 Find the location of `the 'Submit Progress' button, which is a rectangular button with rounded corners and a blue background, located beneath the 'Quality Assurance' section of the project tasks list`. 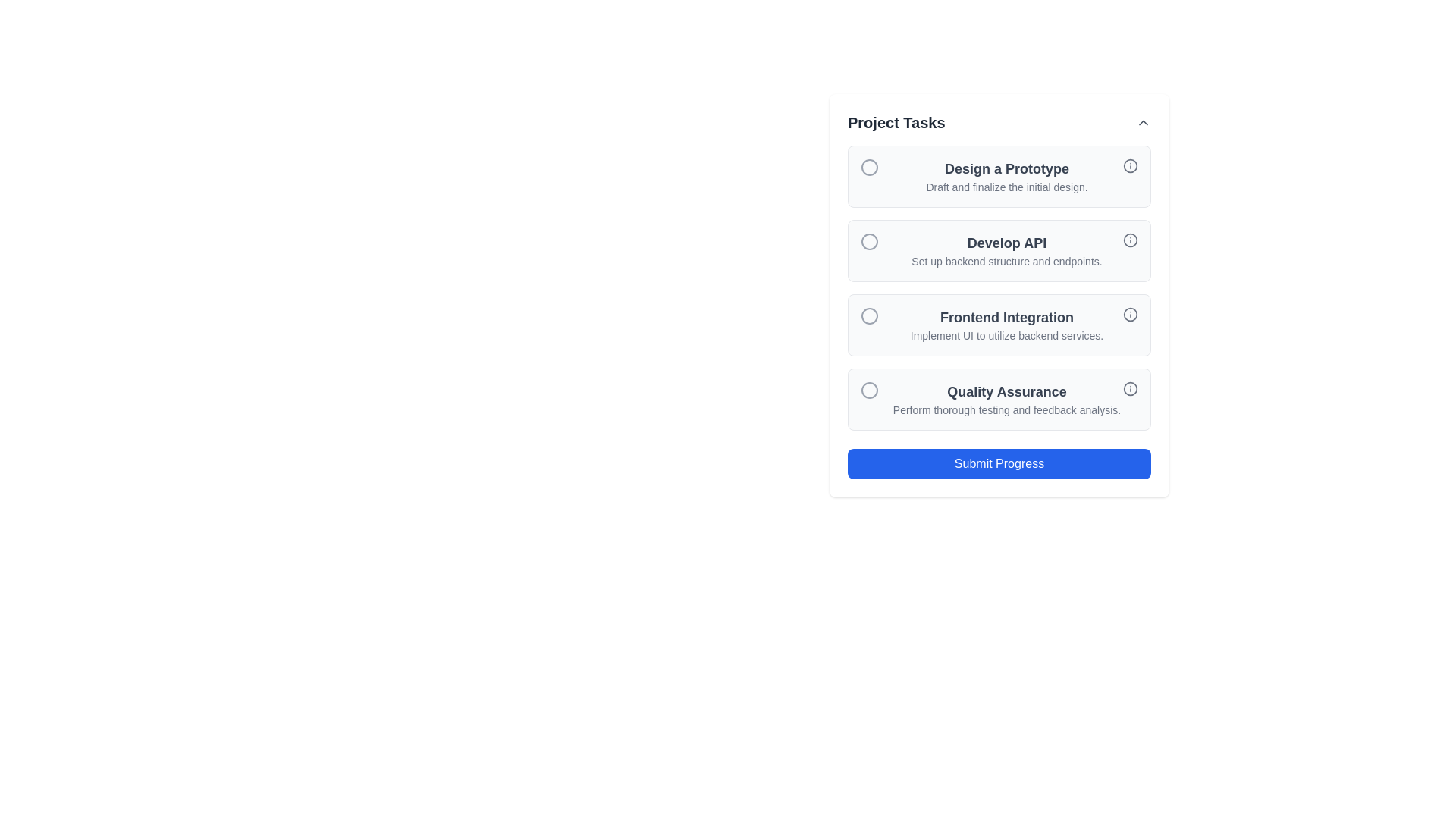

the 'Submit Progress' button, which is a rectangular button with rounded corners and a blue background, located beneath the 'Quality Assurance' section of the project tasks list is located at coordinates (999, 463).